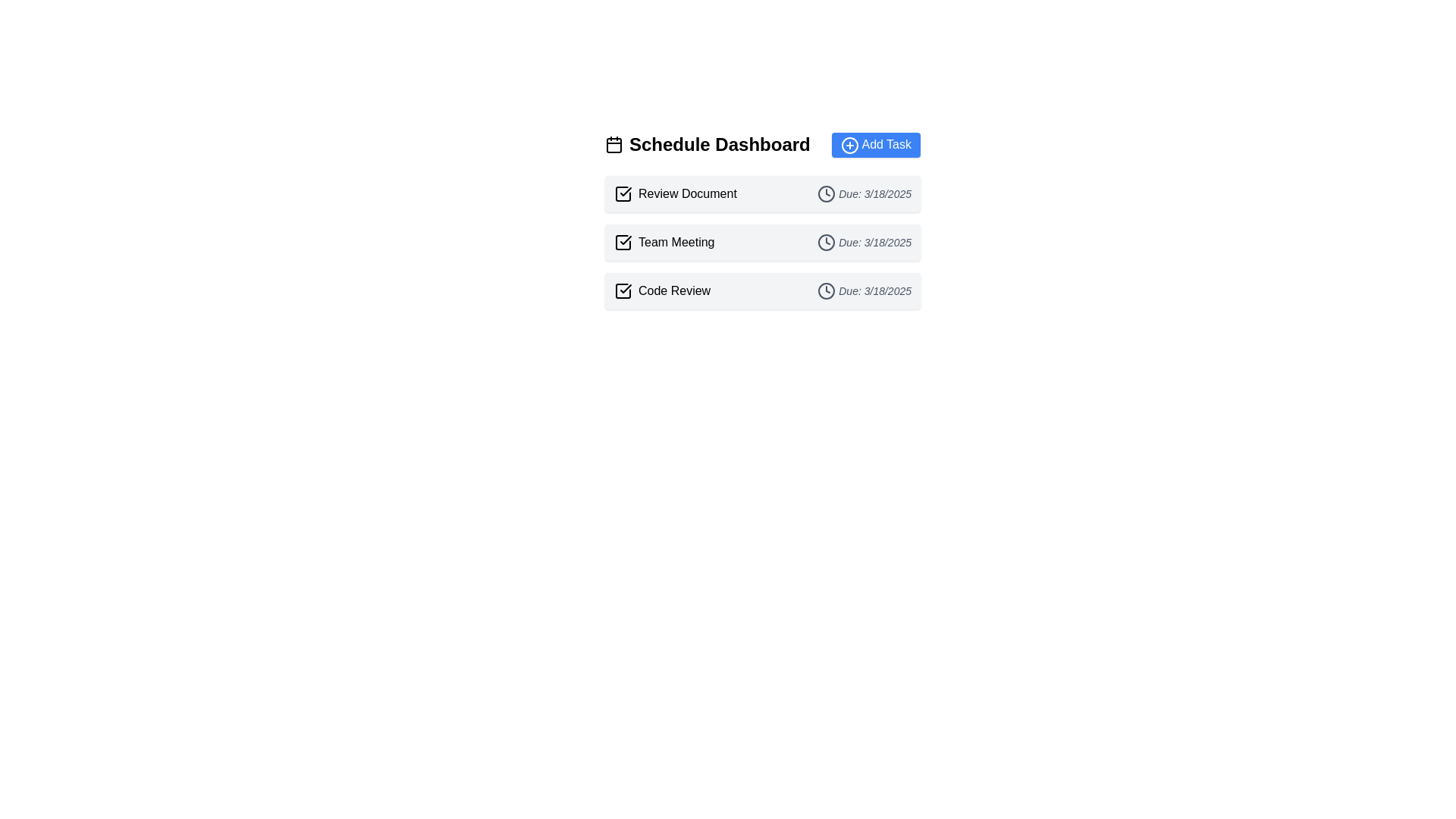  I want to click on the circular graphical icon component of the clock icon that indicates the due date for the 'Review Document' task, so click(826, 193).